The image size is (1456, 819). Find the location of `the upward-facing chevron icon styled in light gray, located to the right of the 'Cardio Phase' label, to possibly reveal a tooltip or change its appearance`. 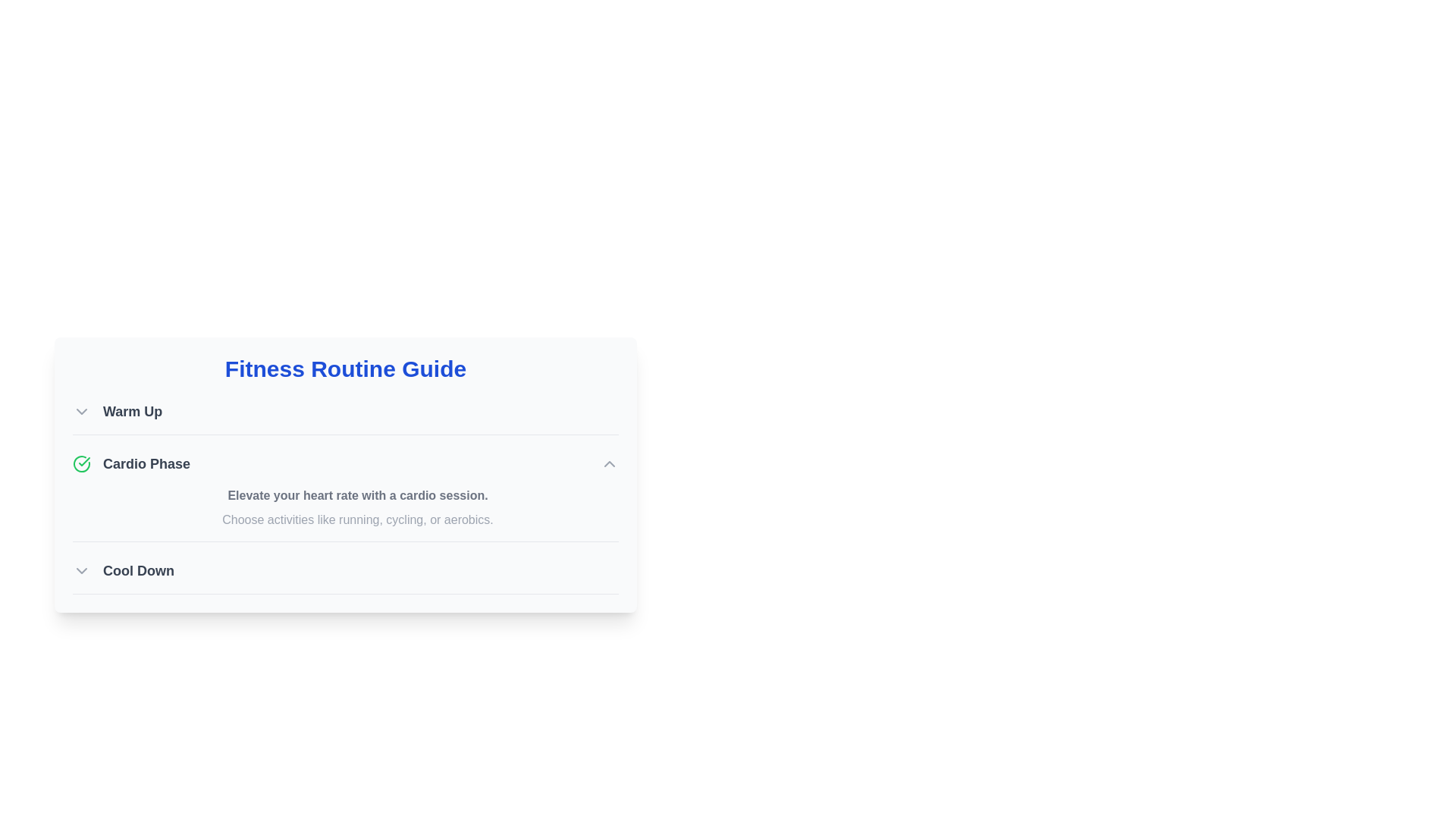

the upward-facing chevron icon styled in light gray, located to the right of the 'Cardio Phase' label, to possibly reveal a tooltip or change its appearance is located at coordinates (610, 463).